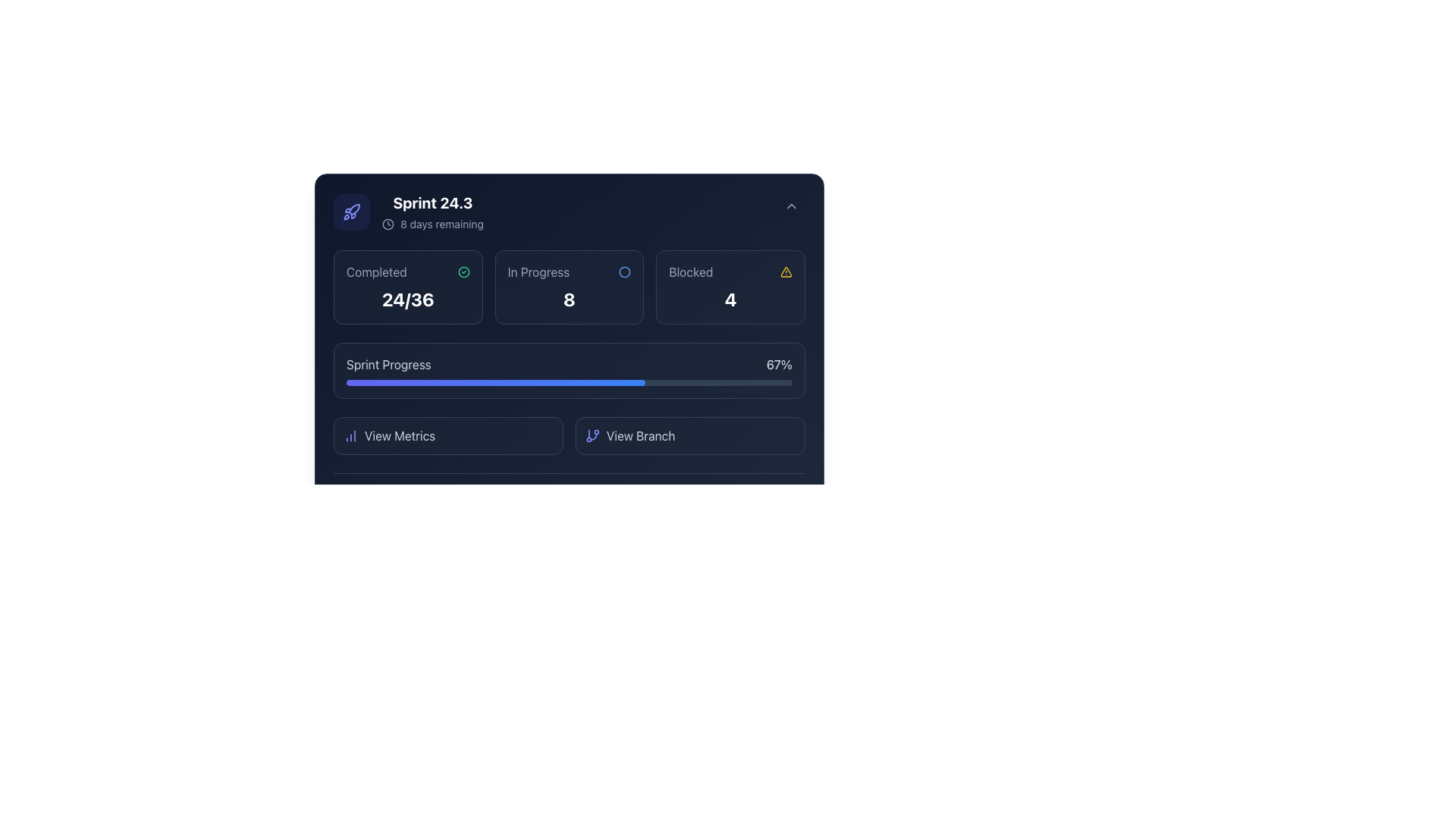 The width and height of the screenshot is (1456, 819). What do you see at coordinates (641, 435) in the screenshot?
I see `the text label indicating branch viewing, located in the bottom right section of the application interface, adjacent to the branch symbol icon` at bounding box center [641, 435].